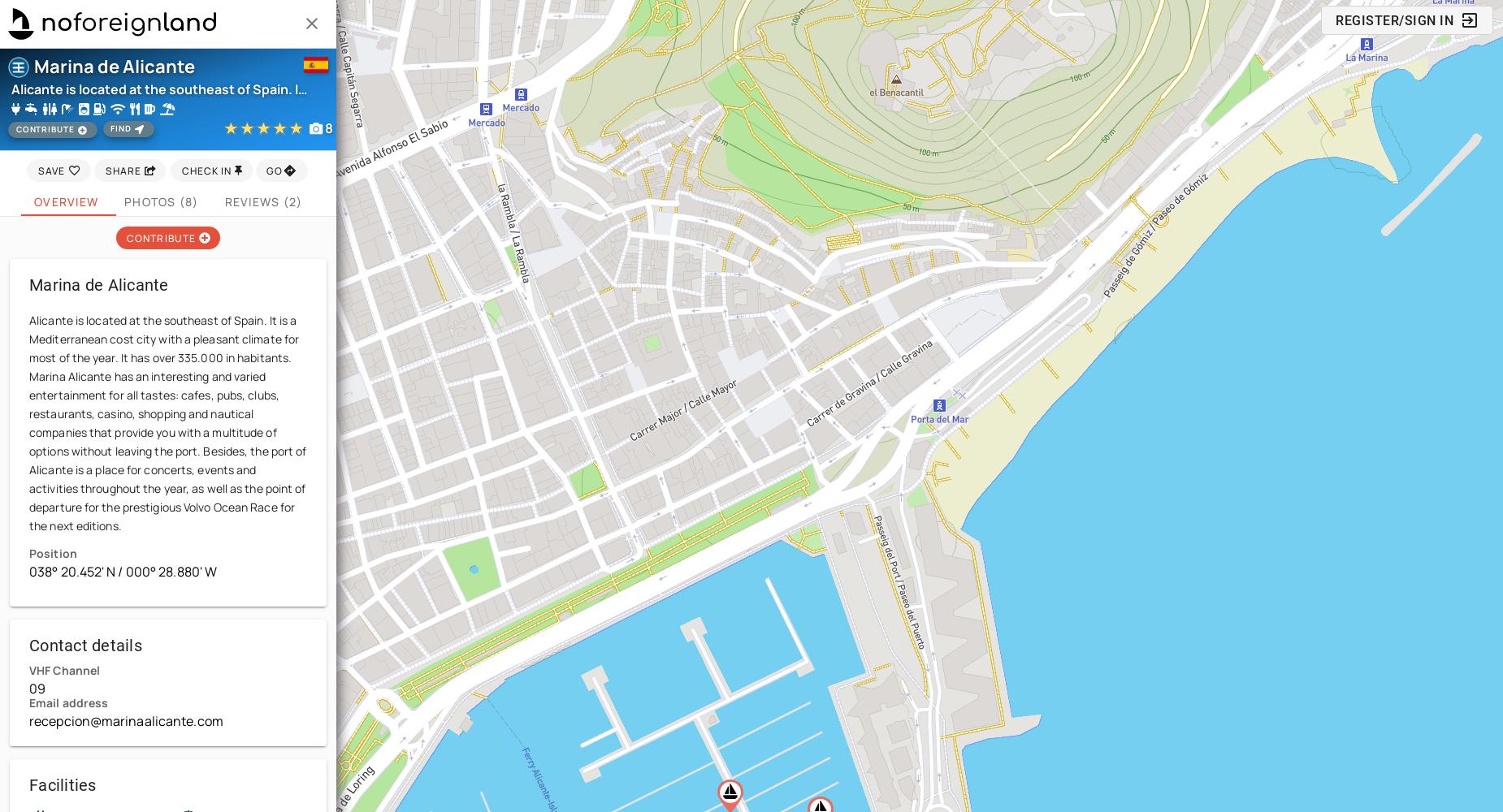  What do you see at coordinates (51, 553) in the screenshot?
I see `'Position'` at bounding box center [51, 553].